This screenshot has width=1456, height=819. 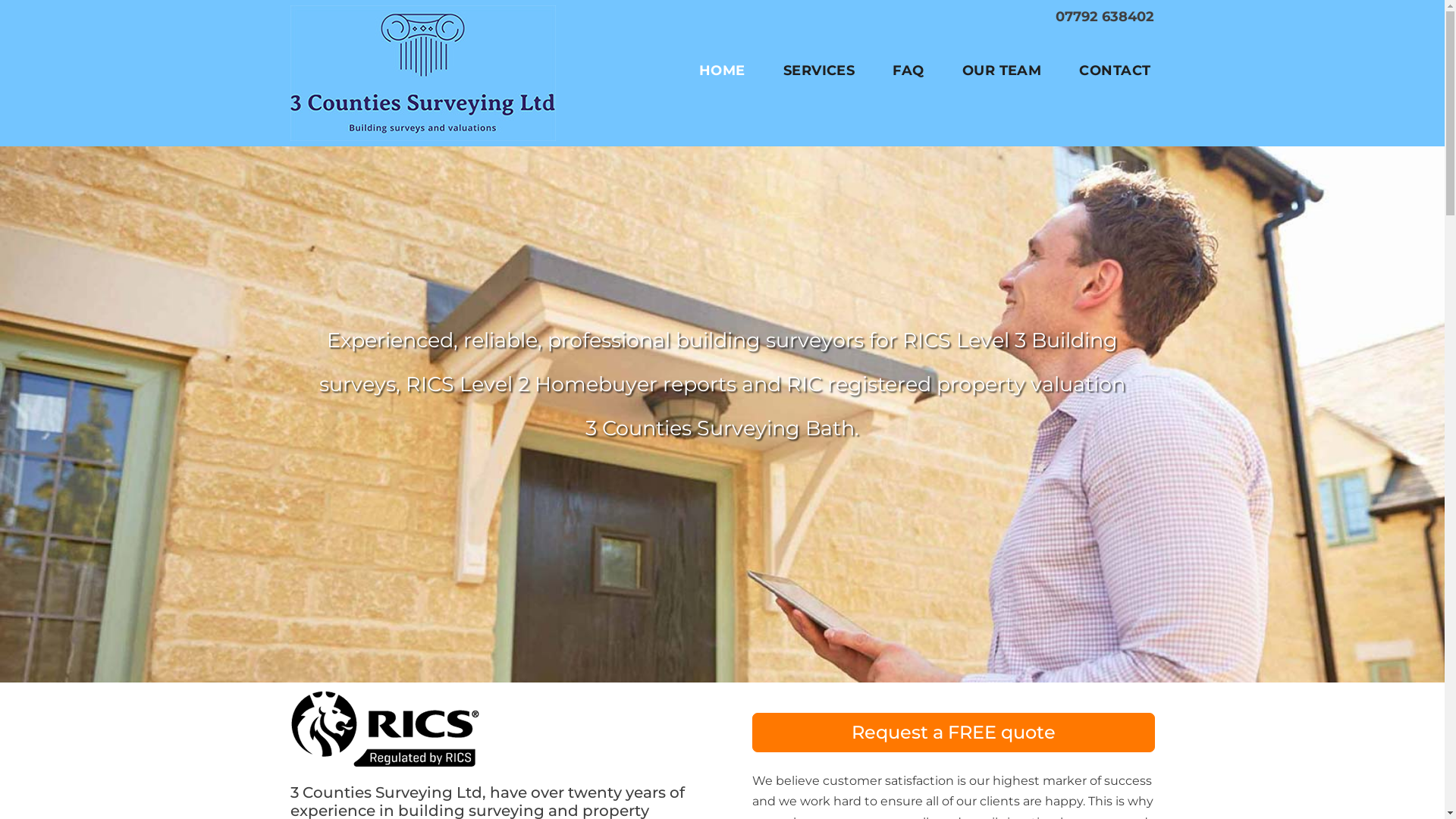 What do you see at coordinates (698, 70) in the screenshot?
I see `'HOME'` at bounding box center [698, 70].